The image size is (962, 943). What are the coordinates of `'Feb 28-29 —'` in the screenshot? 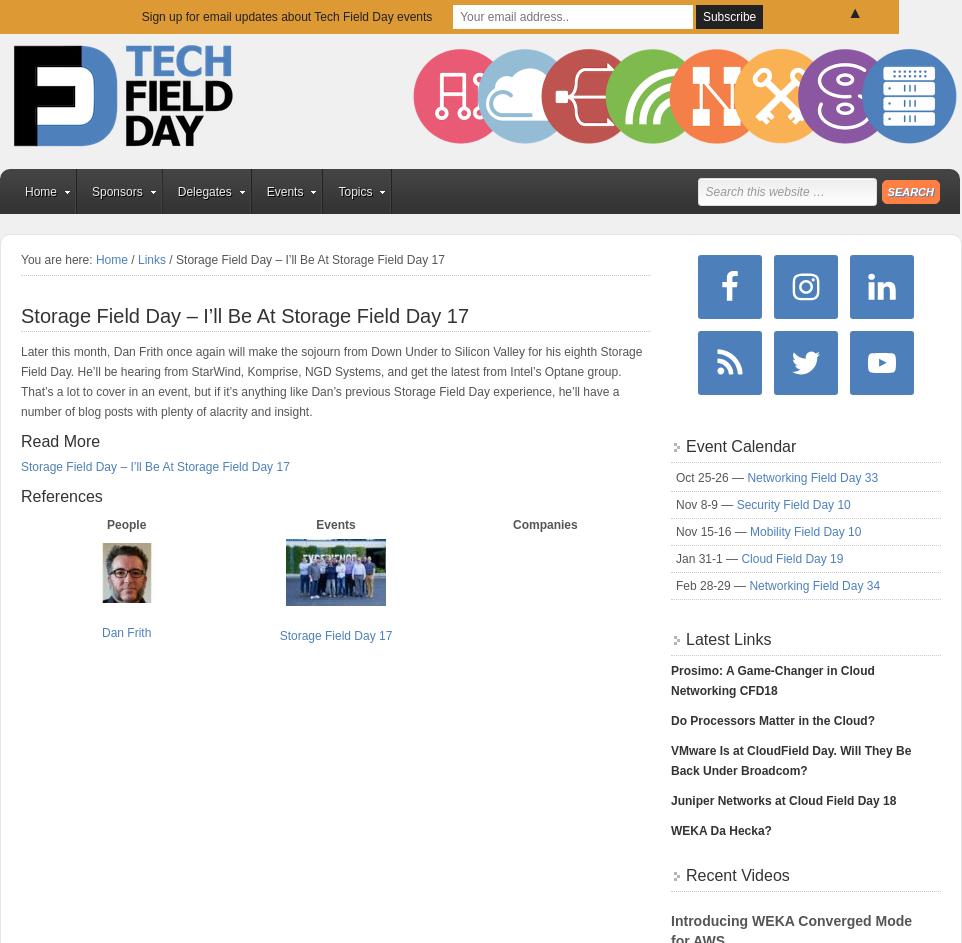 It's located at (711, 584).